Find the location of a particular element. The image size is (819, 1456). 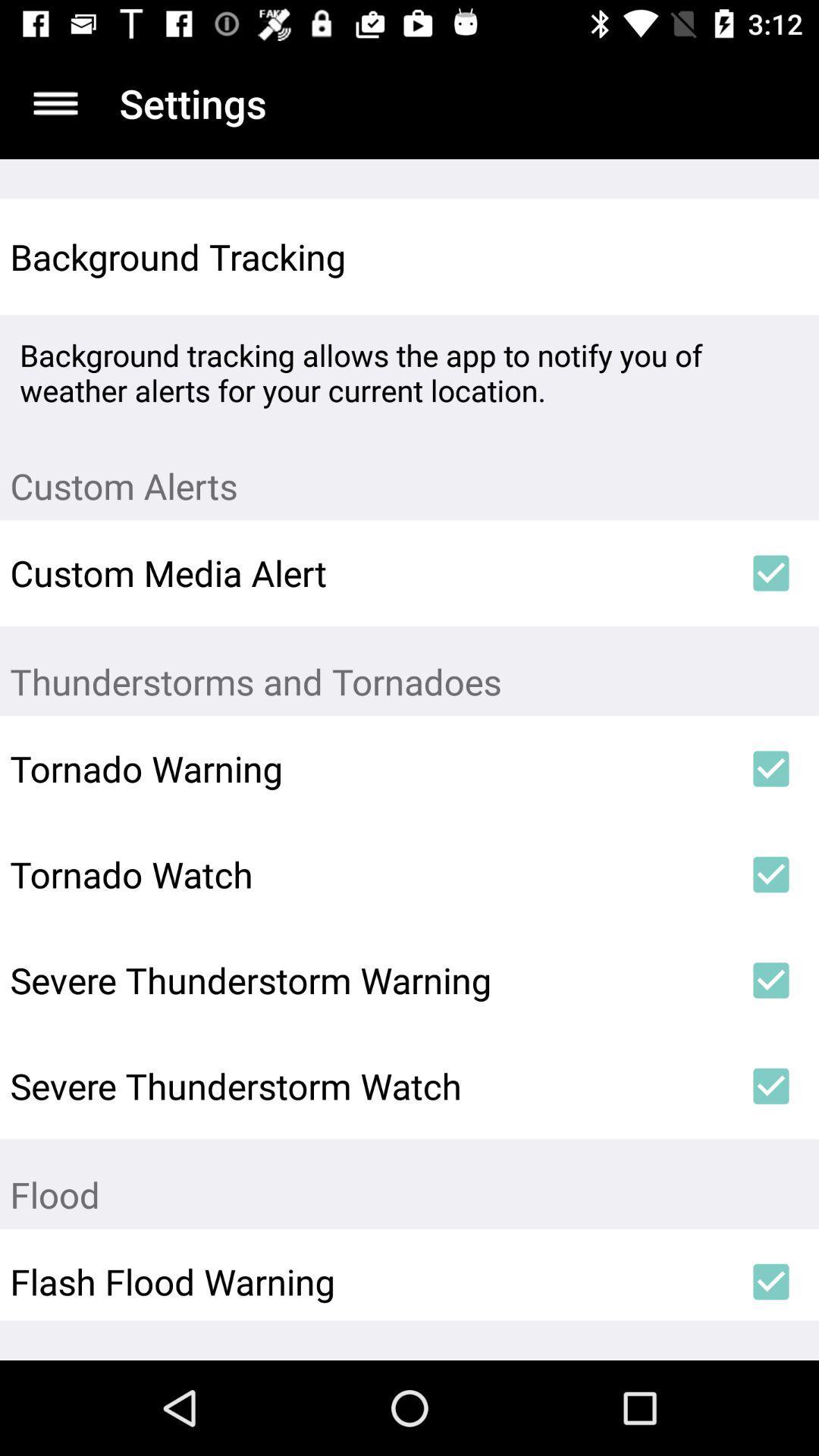

item next to background tracking icon is located at coordinates (771, 257).